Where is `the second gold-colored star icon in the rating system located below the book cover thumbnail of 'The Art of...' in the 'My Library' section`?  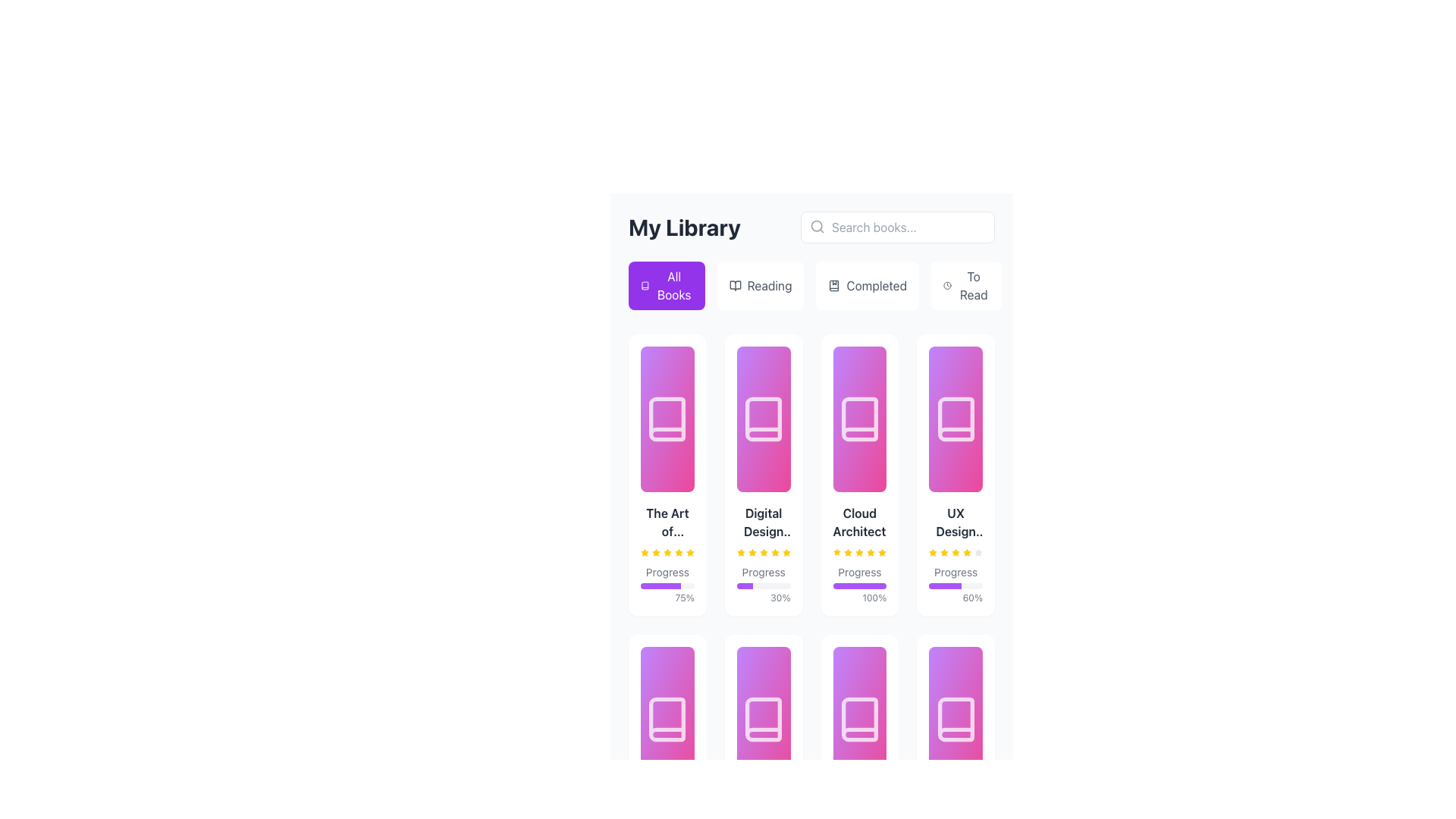
the second gold-colored star icon in the rating system located below the book cover thumbnail of 'The Art of...' in the 'My Library' section is located at coordinates (656, 553).